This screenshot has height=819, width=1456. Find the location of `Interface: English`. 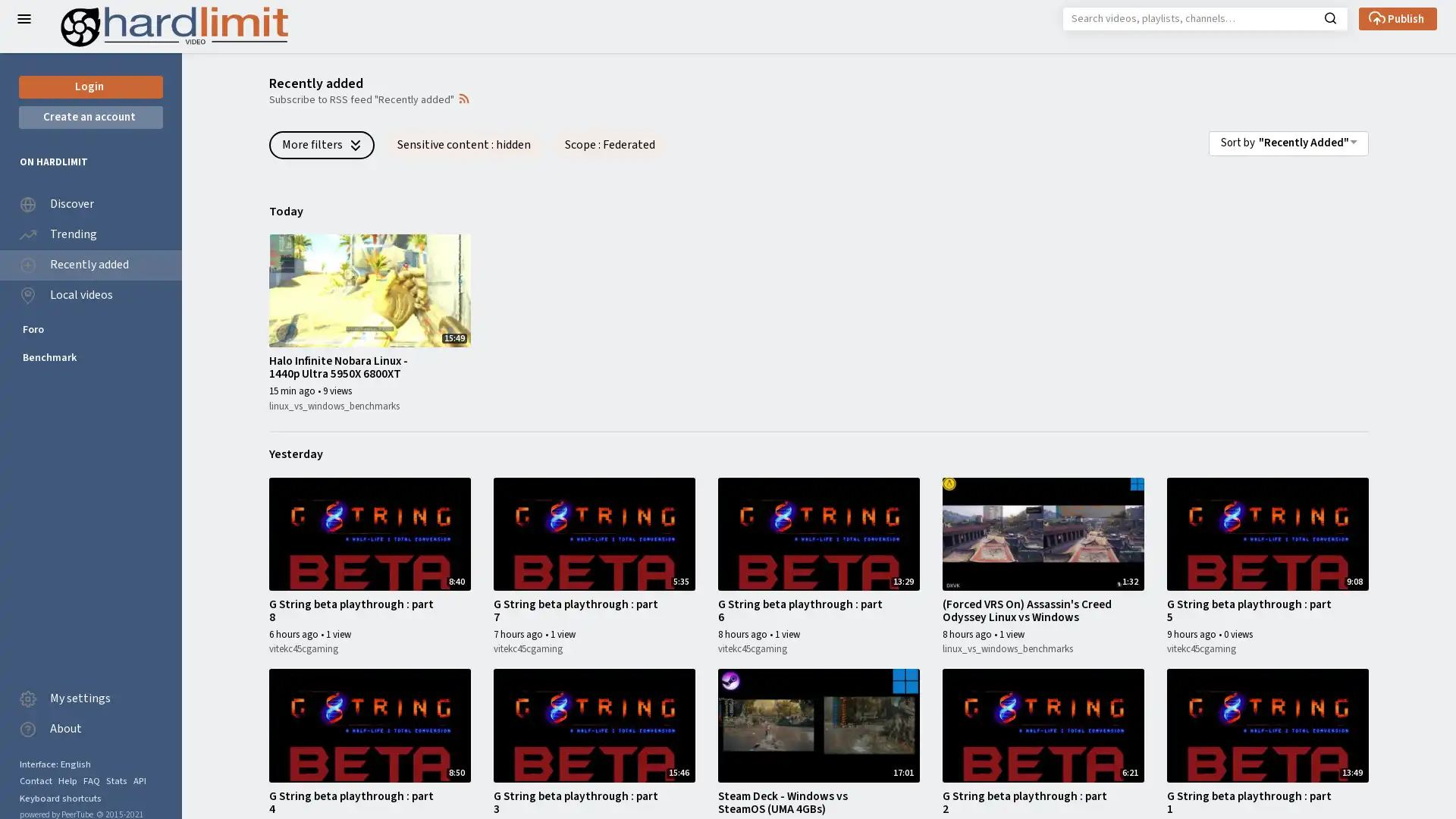

Interface: English is located at coordinates (55, 764).